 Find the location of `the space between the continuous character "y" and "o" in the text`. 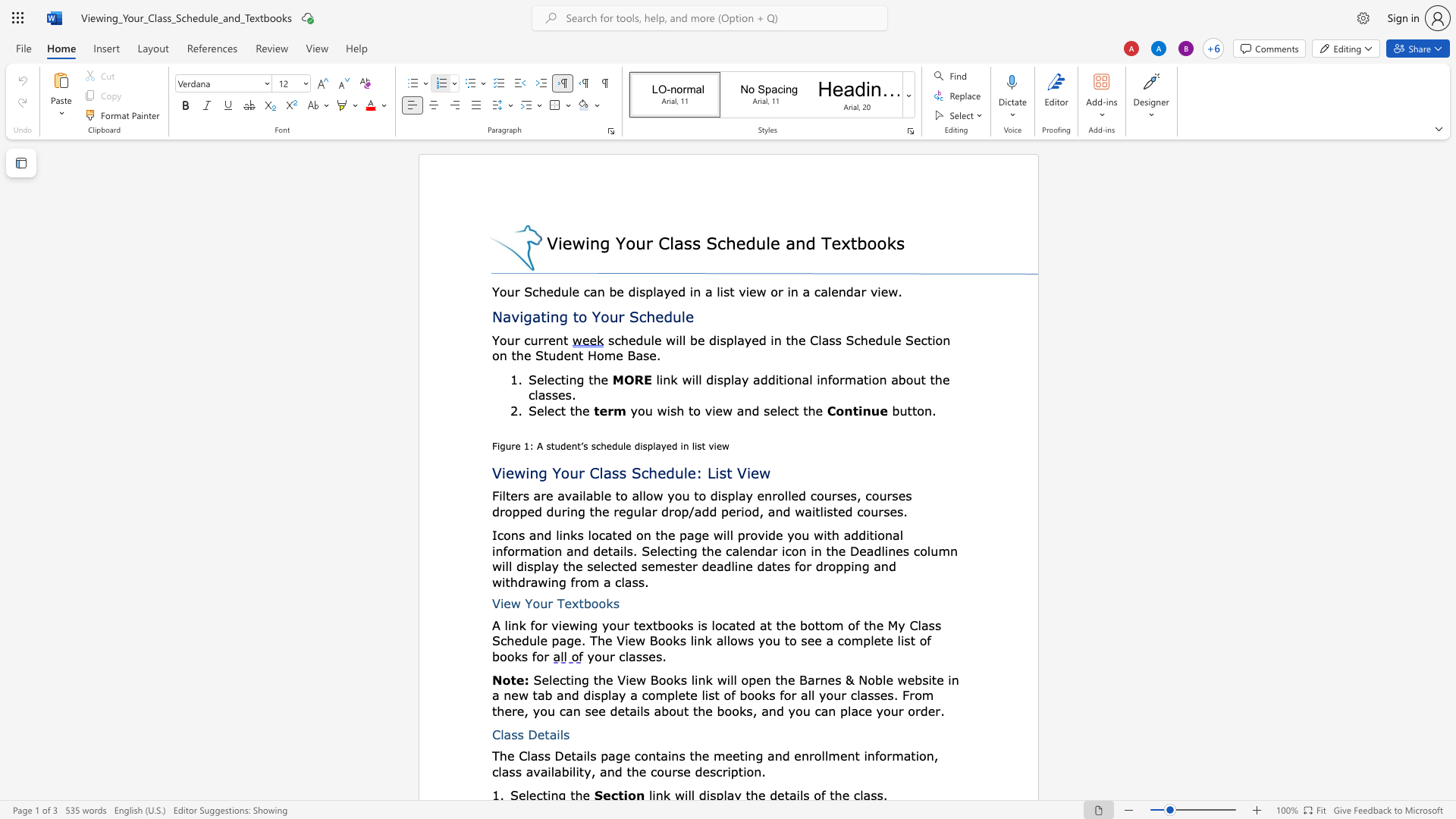

the space between the continuous character "y" and "o" in the text is located at coordinates (637, 410).